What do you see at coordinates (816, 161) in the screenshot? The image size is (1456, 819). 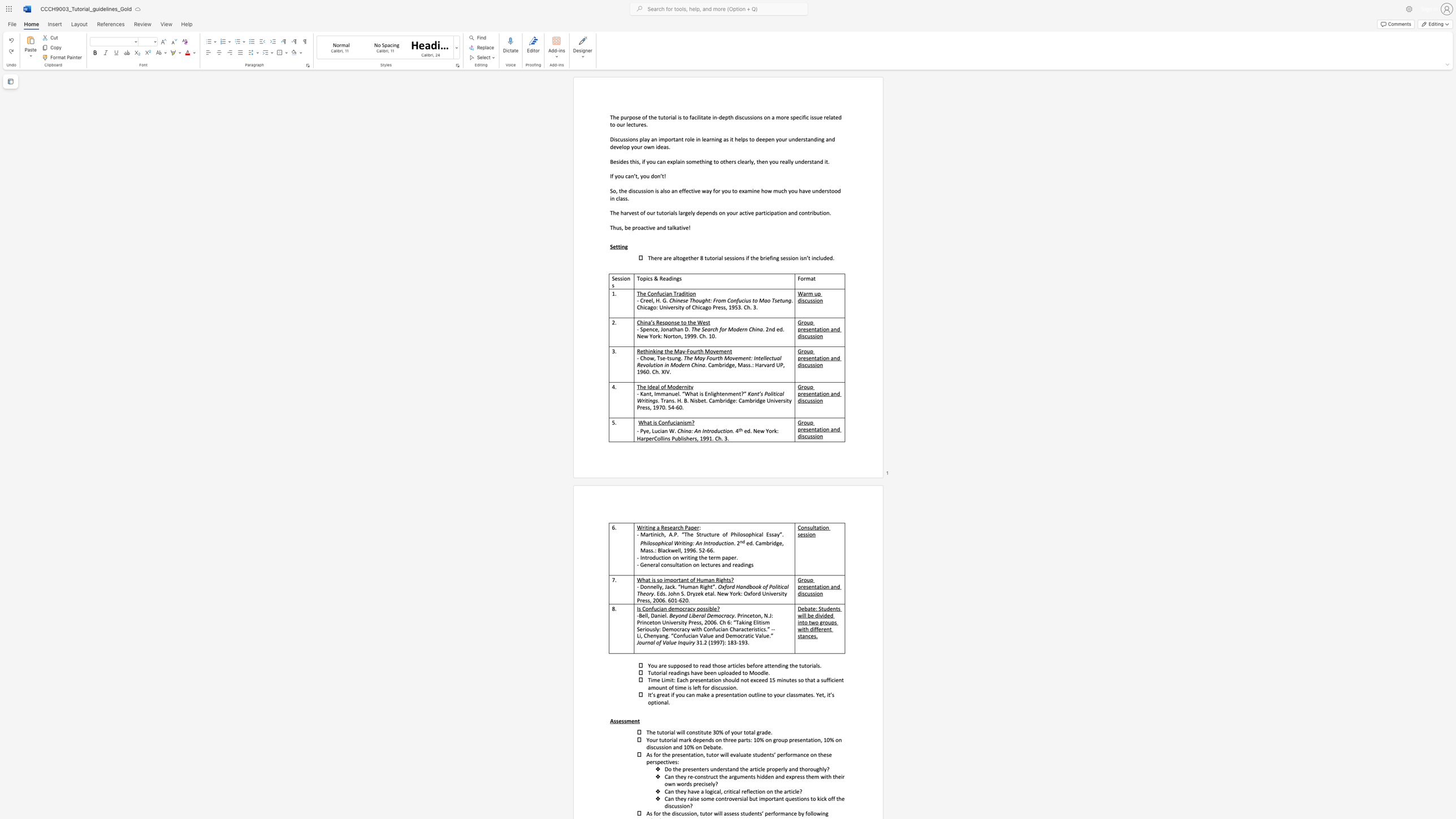 I see `the subset text "nd it." within the text "Besides this, if you can explain something to others clearly, then you really understand it."` at bounding box center [816, 161].